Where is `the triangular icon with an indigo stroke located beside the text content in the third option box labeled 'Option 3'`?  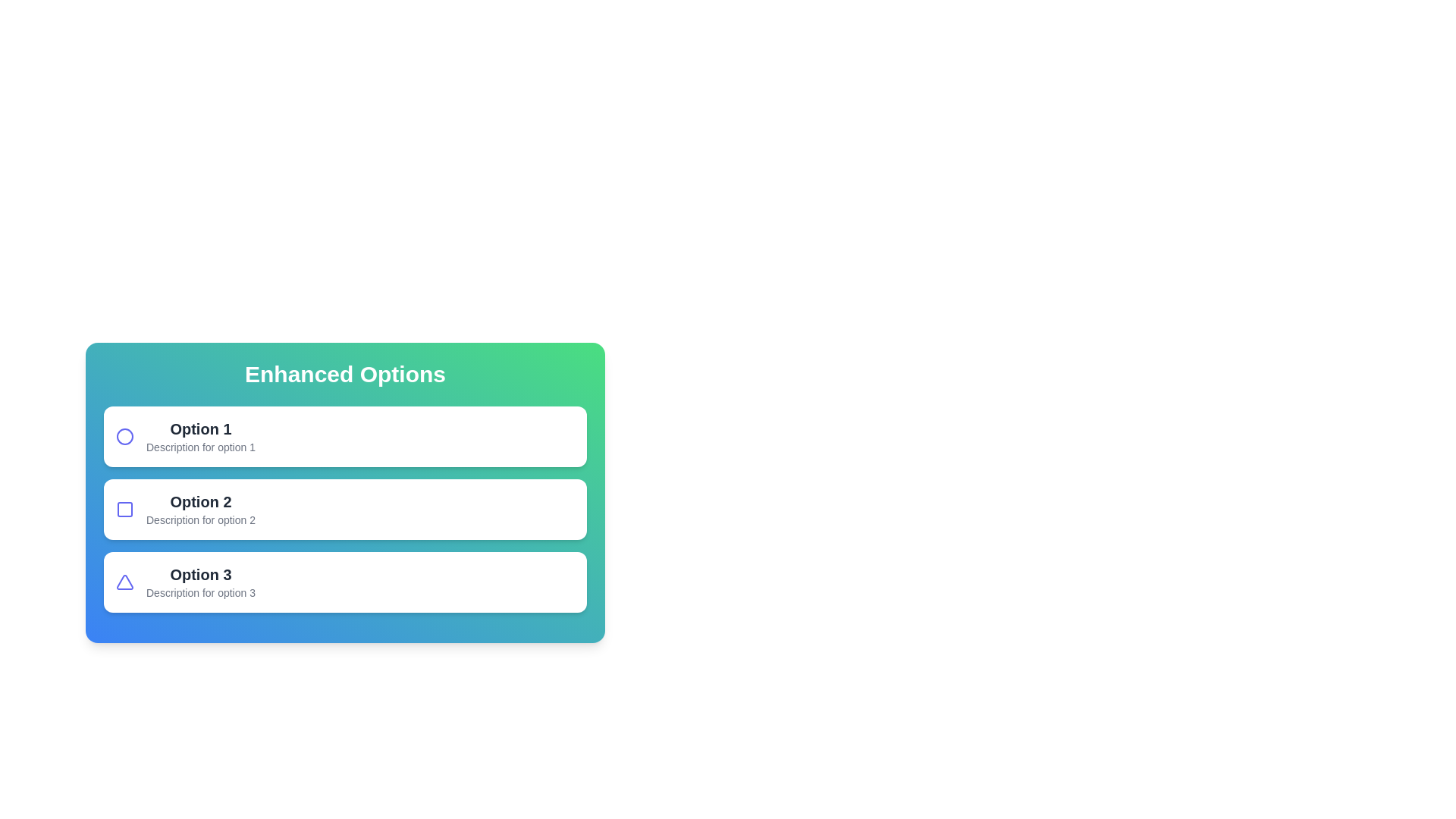 the triangular icon with an indigo stroke located beside the text content in the third option box labeled 'Option 3' is located at coordinates (124, 581).